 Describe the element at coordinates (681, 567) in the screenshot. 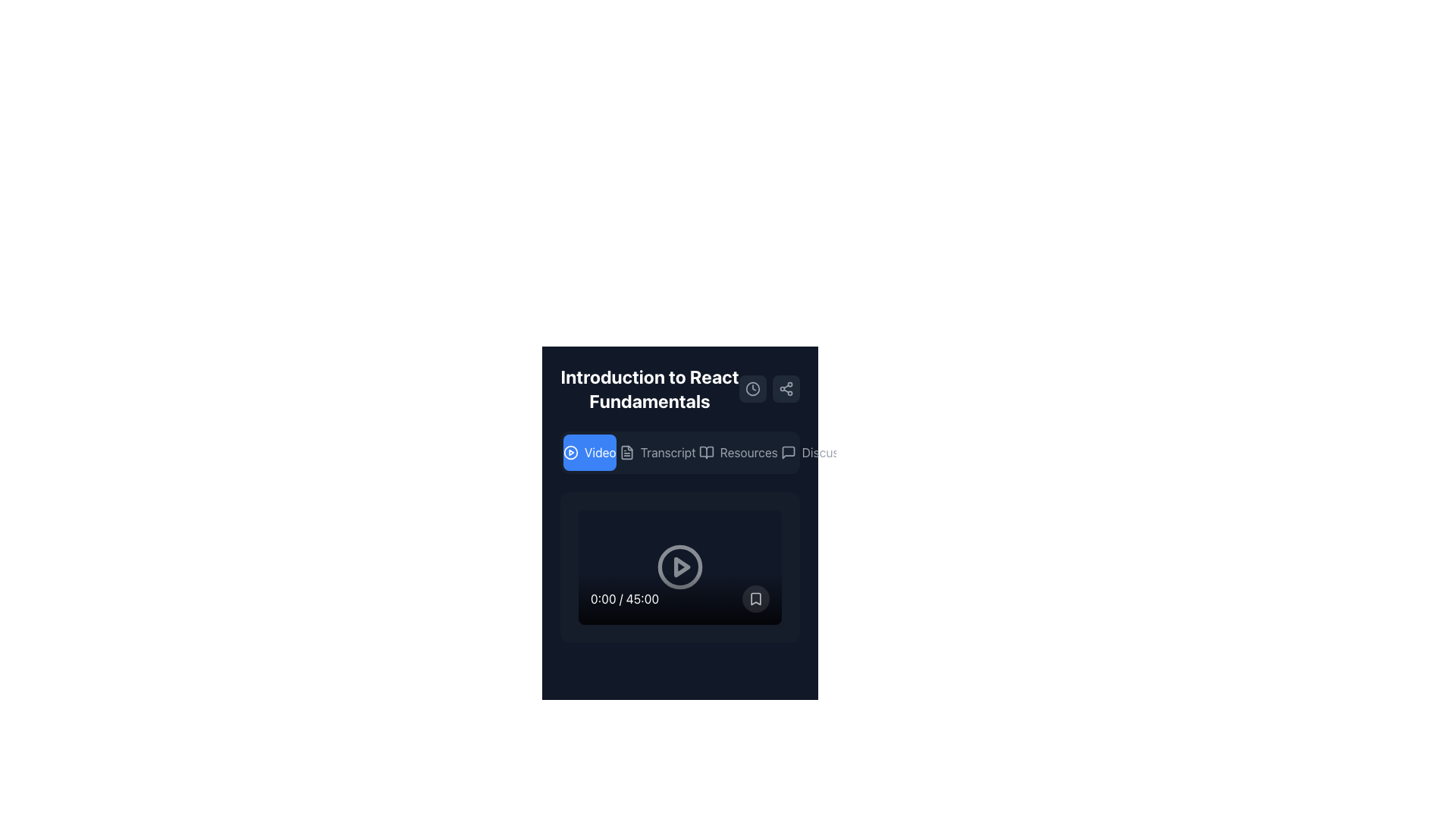

I see `the Play button icon within the SVG element located at the center of the video preview interface for the 'Introduction to React Fundamentals' card to initiate video playback` at that location.